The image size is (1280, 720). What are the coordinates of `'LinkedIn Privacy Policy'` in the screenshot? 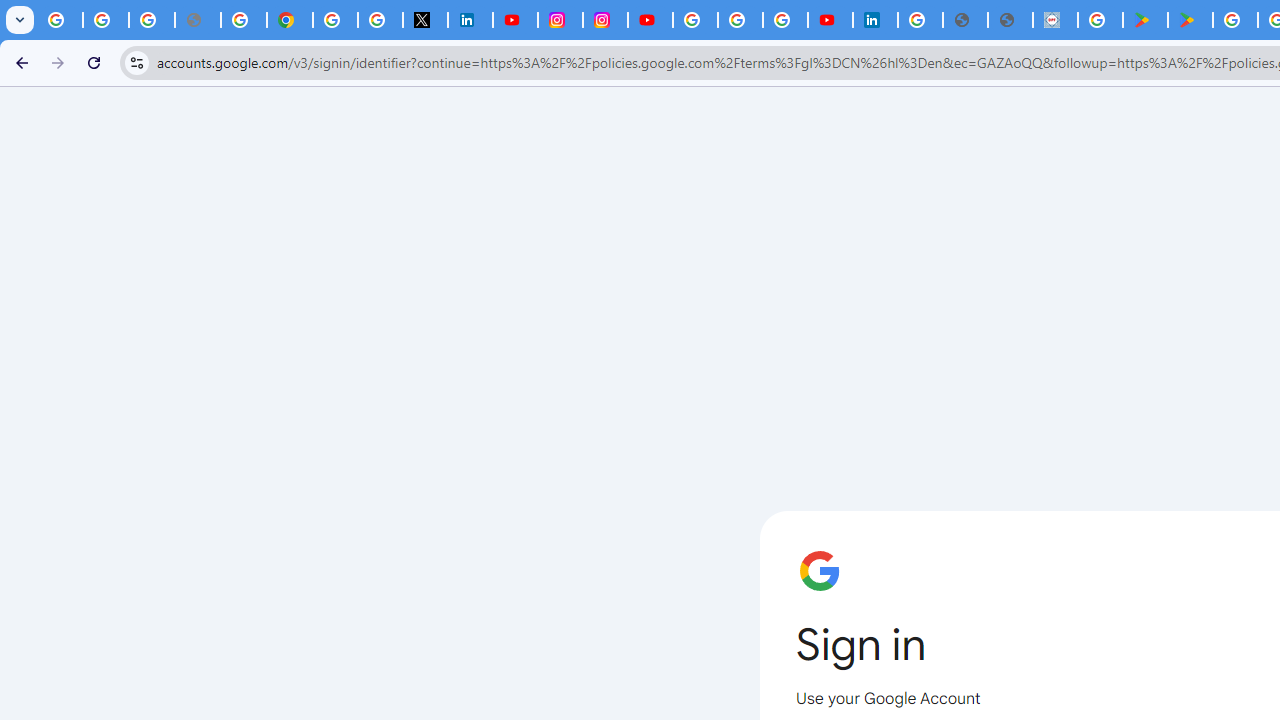 It's located at (469, 20).